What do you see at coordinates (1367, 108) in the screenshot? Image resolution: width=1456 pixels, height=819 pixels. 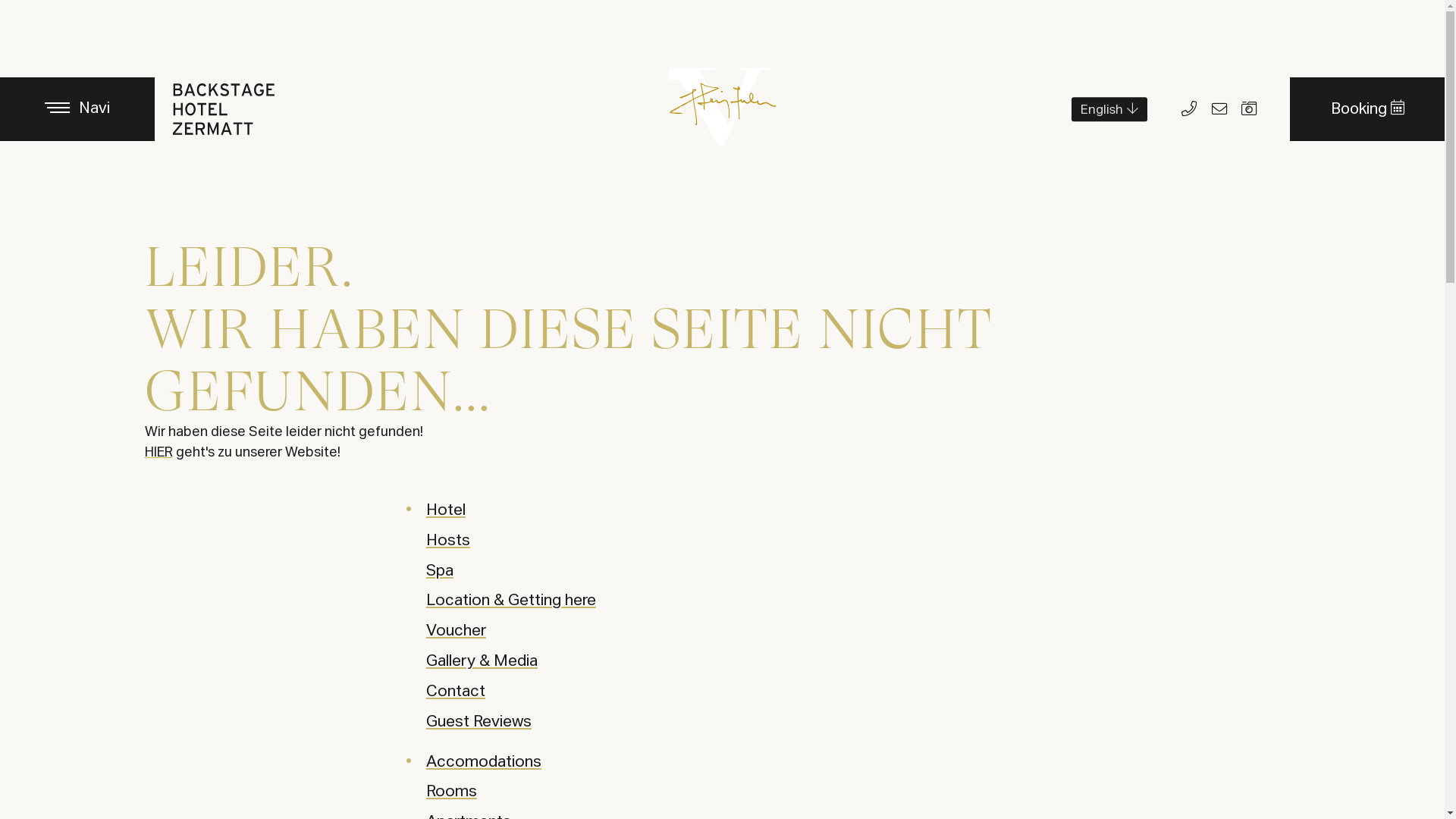 I see `'Booking'` at bounding box center [1367, 108].